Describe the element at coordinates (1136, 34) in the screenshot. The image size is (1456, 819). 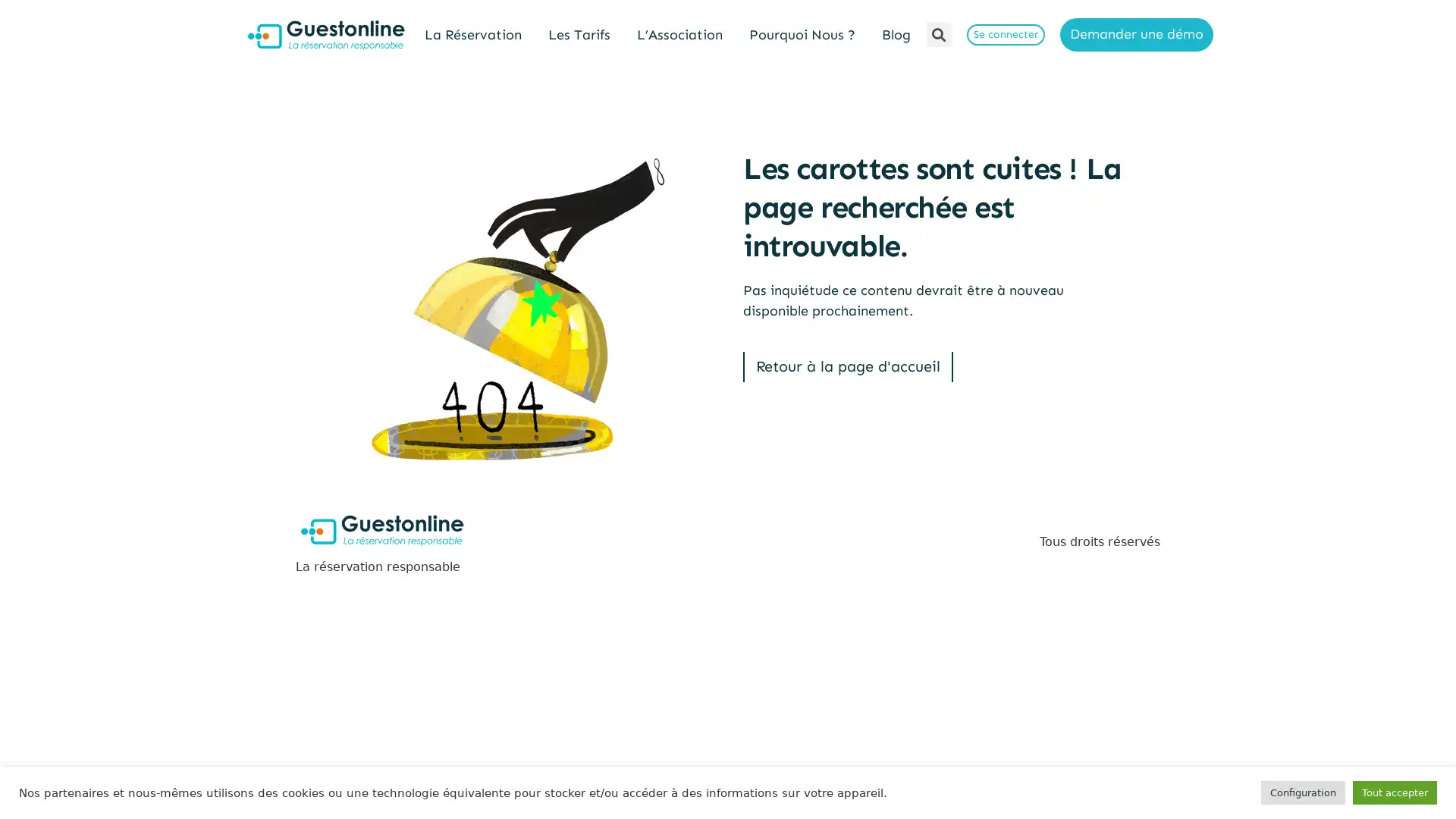
I see `Demander une demo` at that location.